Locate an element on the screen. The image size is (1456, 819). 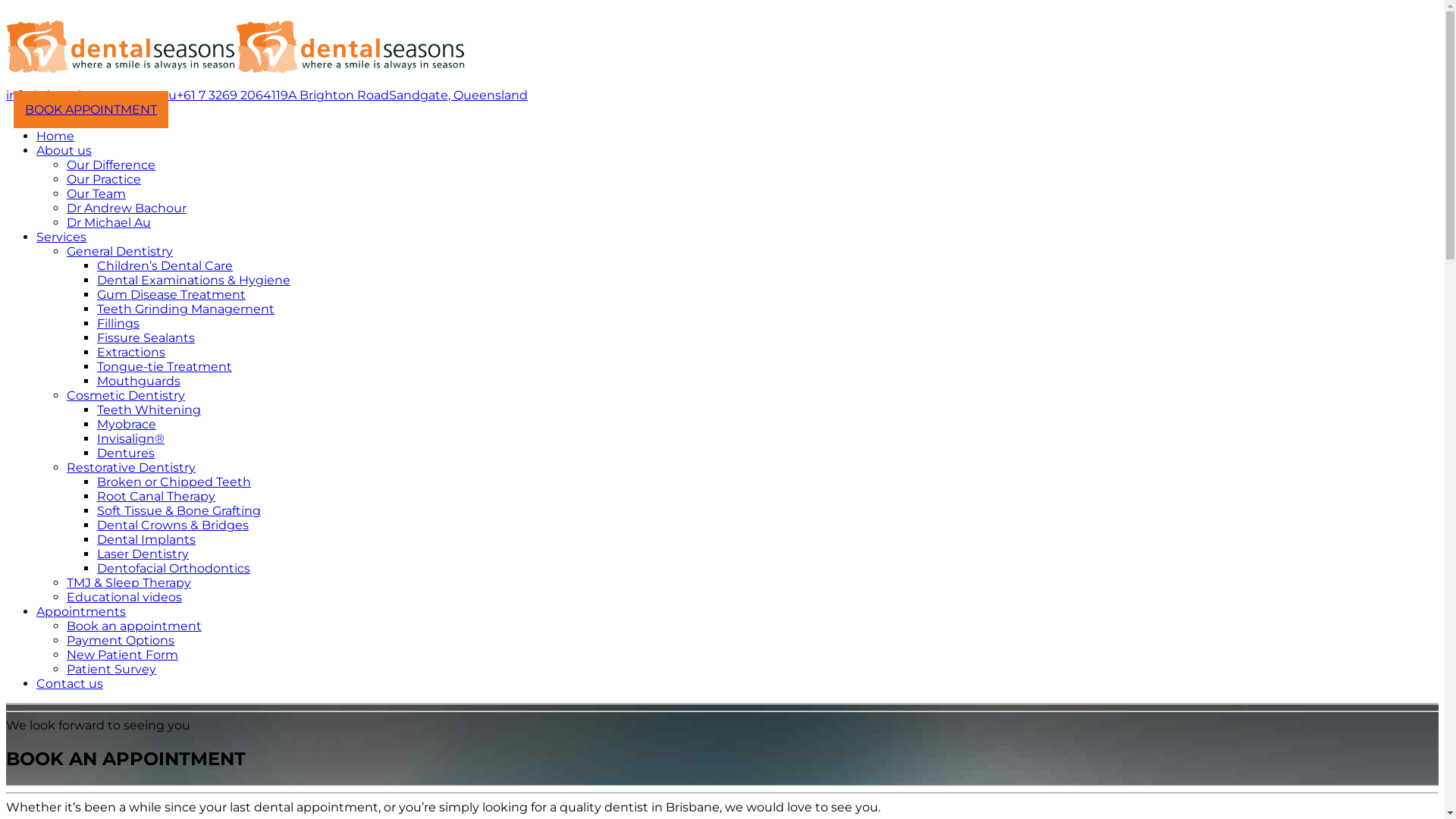
'Dr Michael Au' is located at coordinates (108, 222).